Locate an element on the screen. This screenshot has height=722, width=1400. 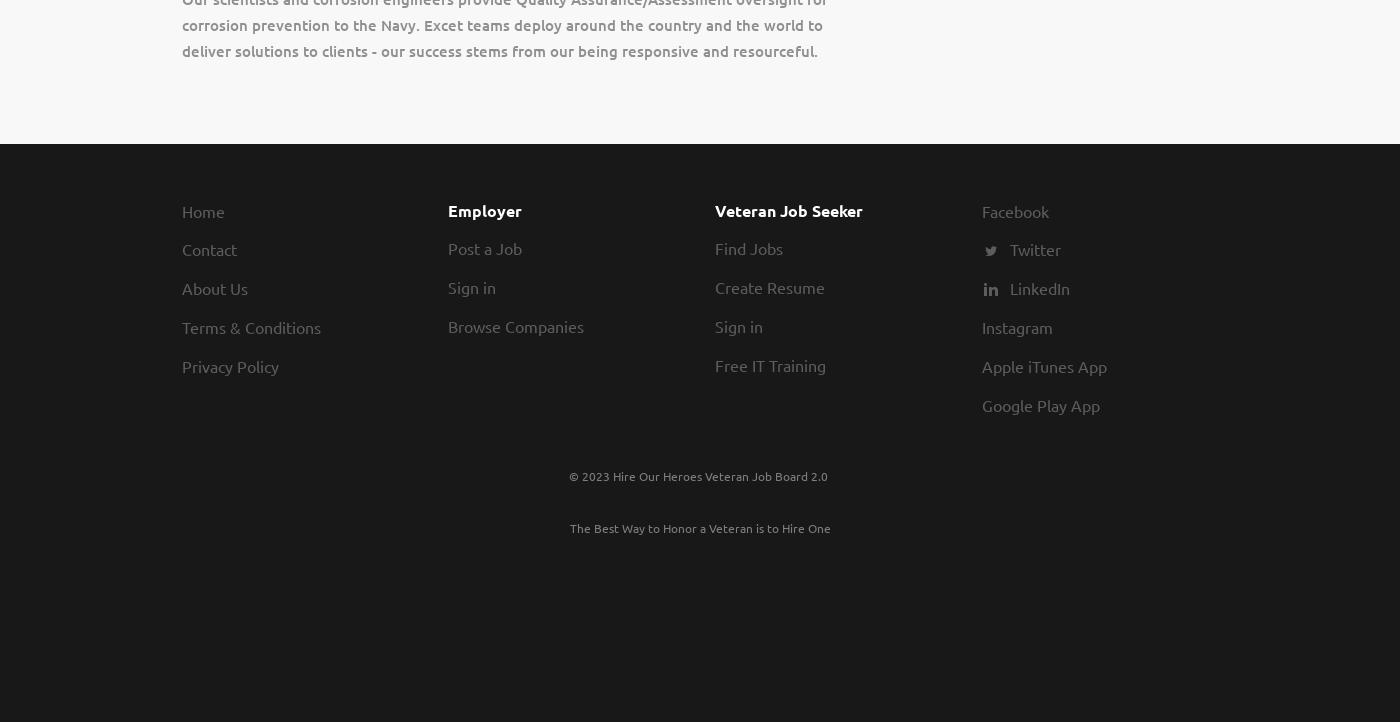
'Apple iTunes App' is located at coordinates (979, 364).